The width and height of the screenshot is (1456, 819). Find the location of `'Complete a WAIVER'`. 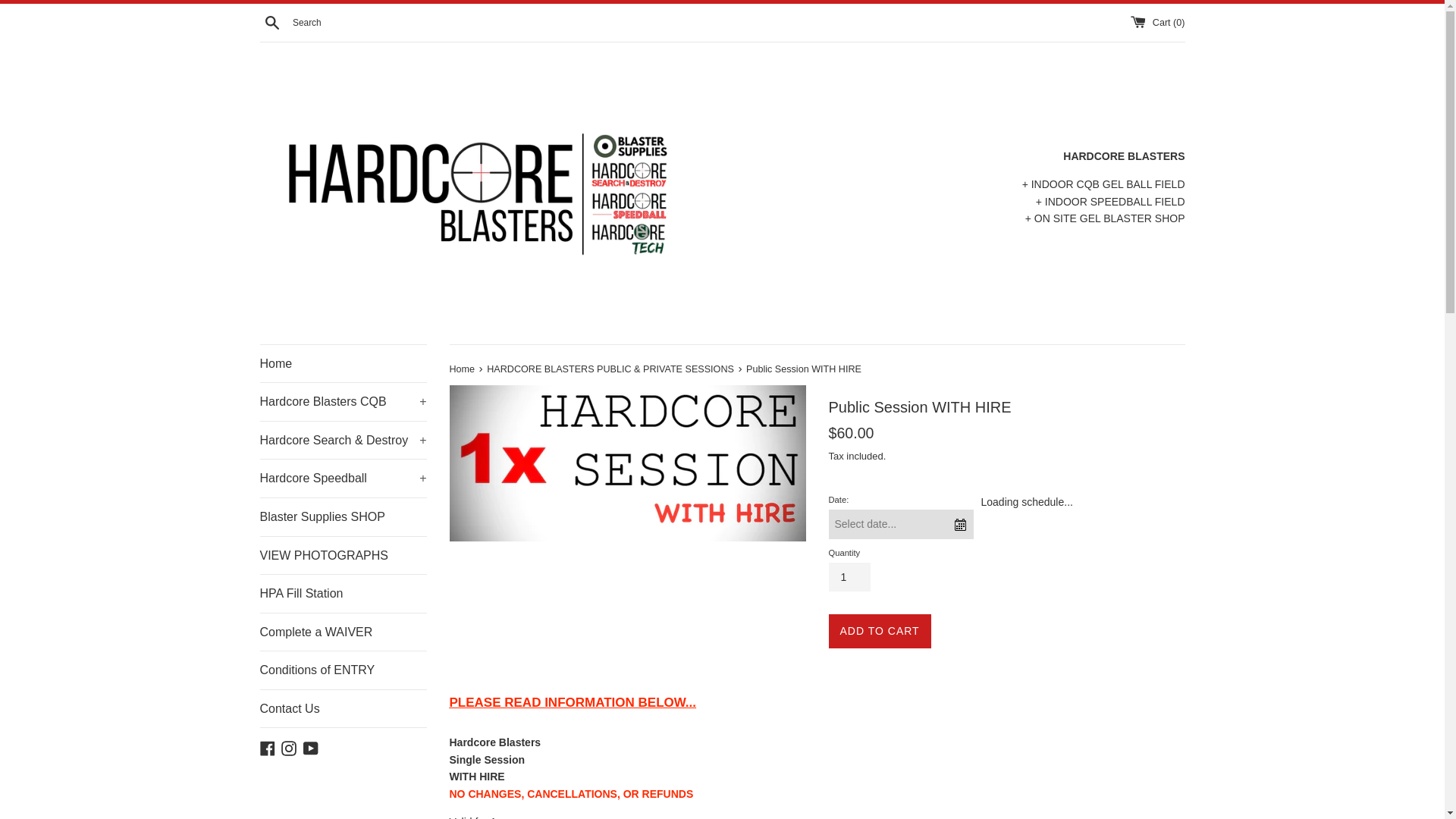

'Complete a WAIVER' is located at coordinates (341, 632).